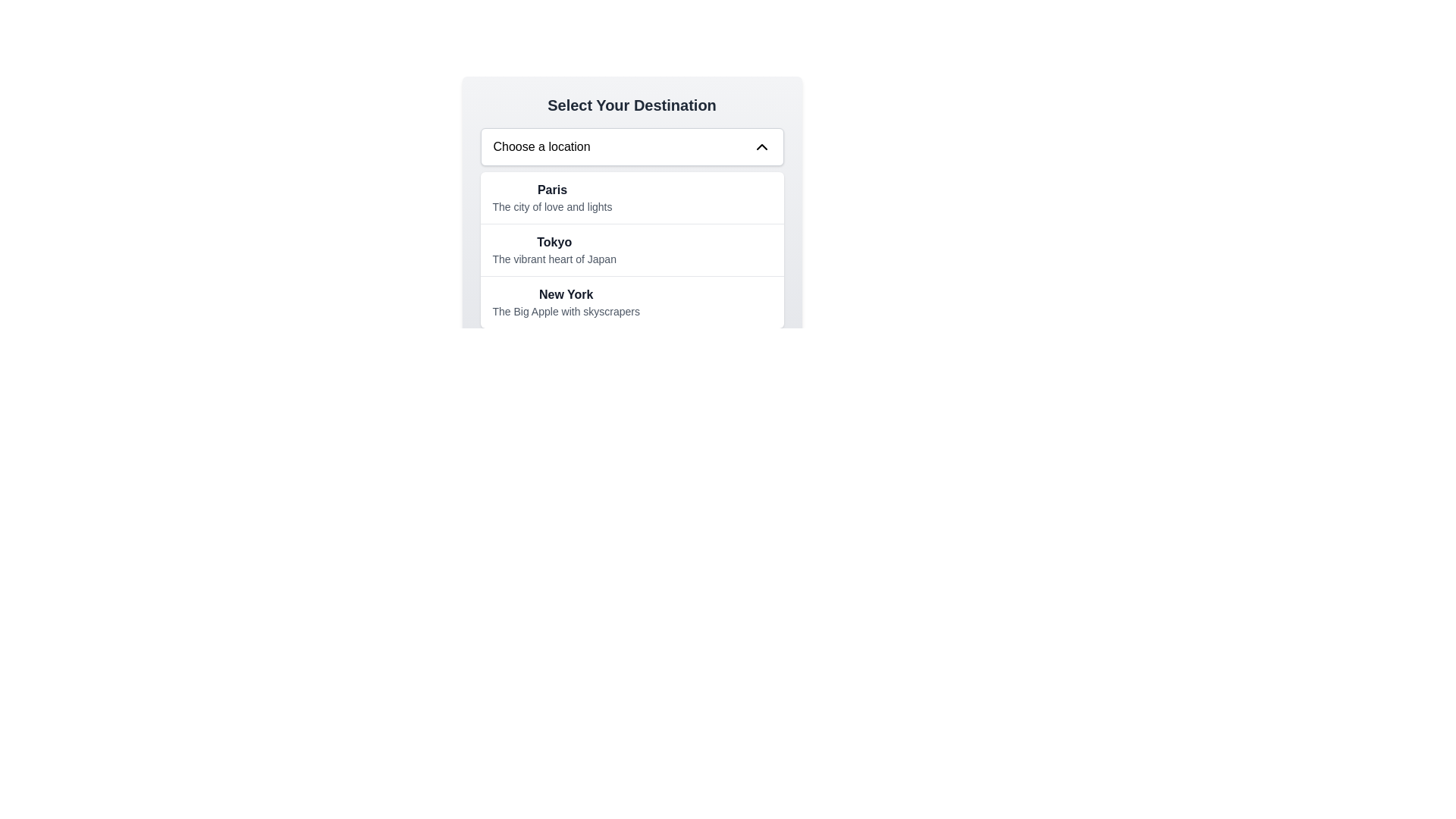 The height and width of the screenshot is (819, 1456). What do you see at coordinates (554, 249) in the screenshot?
I see `the List item displaying 'Tokyo' with the subtitle 'The vibrant heart of Japan'` at bounding box center [554, 249].